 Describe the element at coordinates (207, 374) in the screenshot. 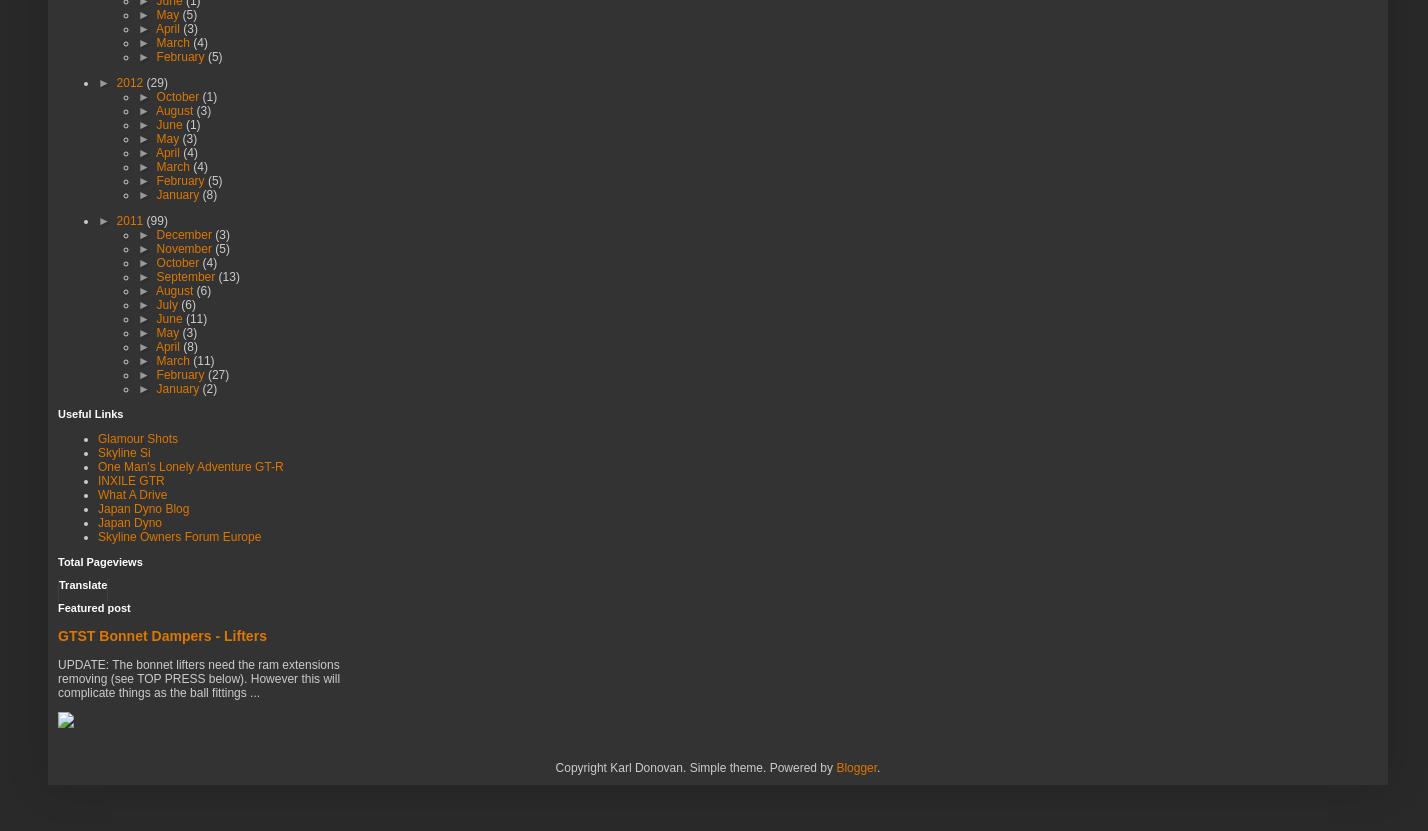

I see `'(27)'` at that location.